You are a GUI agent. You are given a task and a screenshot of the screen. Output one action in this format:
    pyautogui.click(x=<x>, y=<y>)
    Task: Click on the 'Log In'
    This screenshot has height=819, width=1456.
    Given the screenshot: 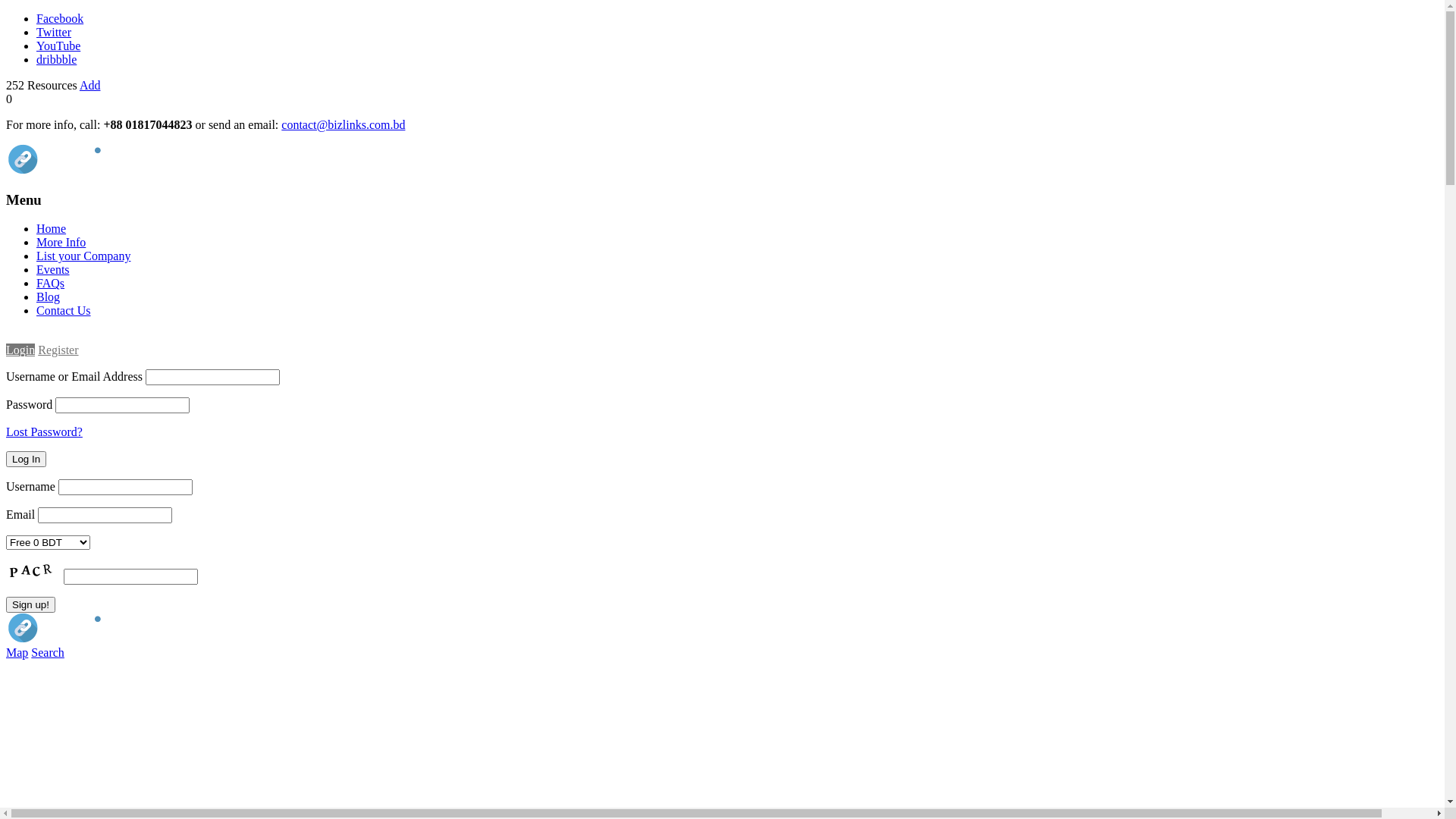 What is the action you would take?
    pyautogui.click(x=26, y=458)
    